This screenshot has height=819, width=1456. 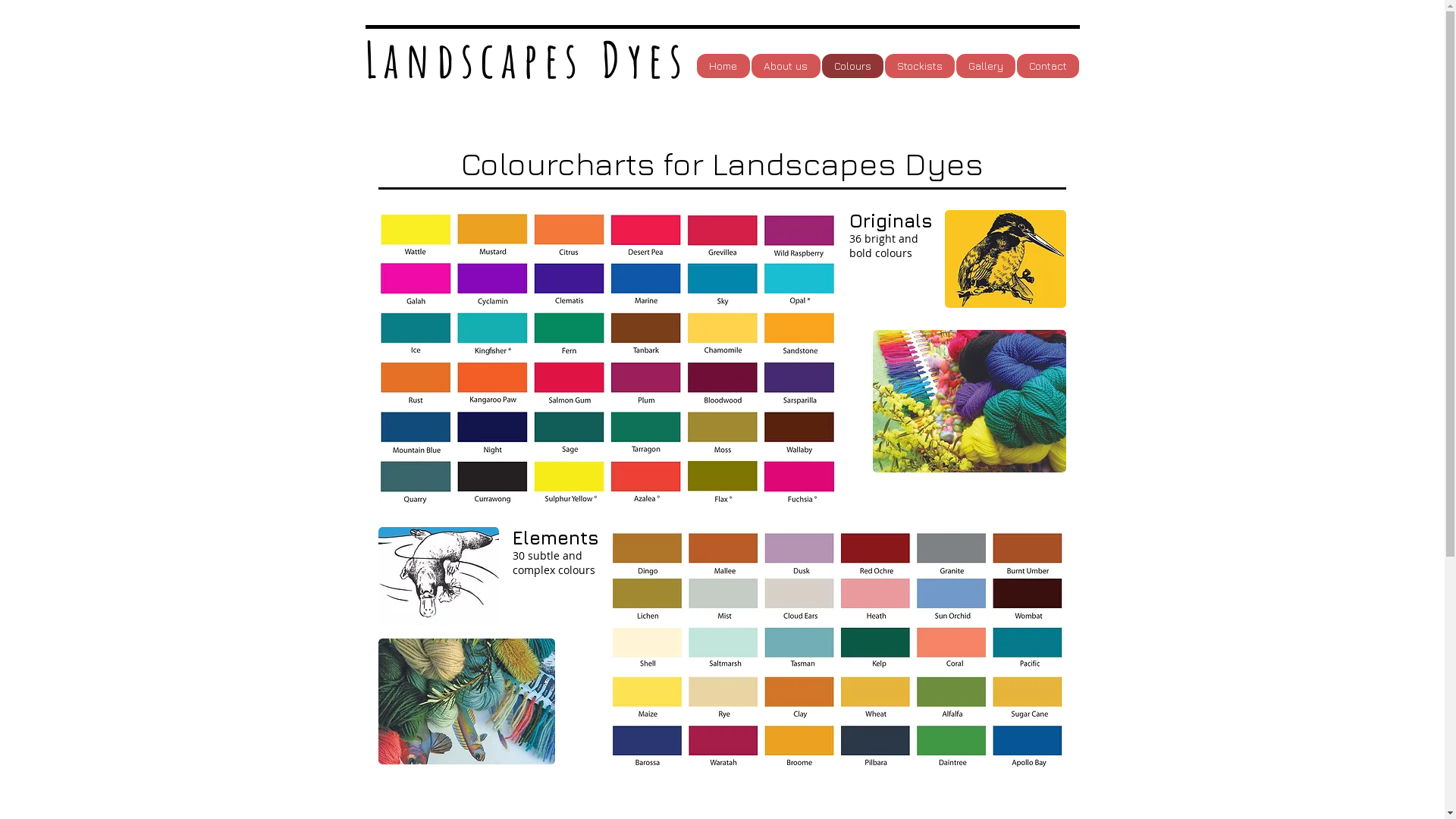 I want to click on 'Contact', so click(x=1046, y=65).